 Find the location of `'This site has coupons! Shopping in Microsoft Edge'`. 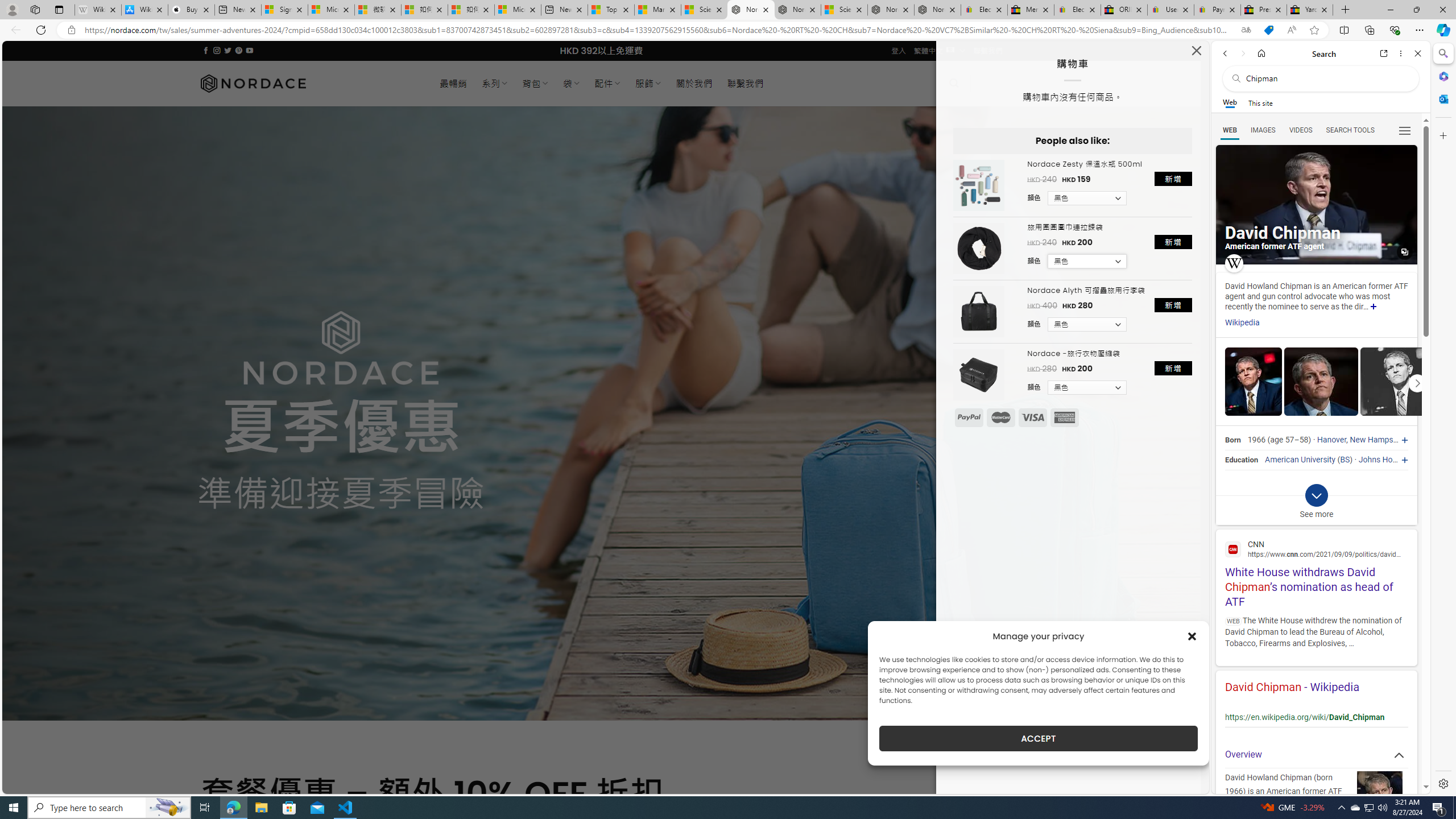

'This site has coupons! Shopping in Microsoft Edge' is located at coordinates (1268, 30).